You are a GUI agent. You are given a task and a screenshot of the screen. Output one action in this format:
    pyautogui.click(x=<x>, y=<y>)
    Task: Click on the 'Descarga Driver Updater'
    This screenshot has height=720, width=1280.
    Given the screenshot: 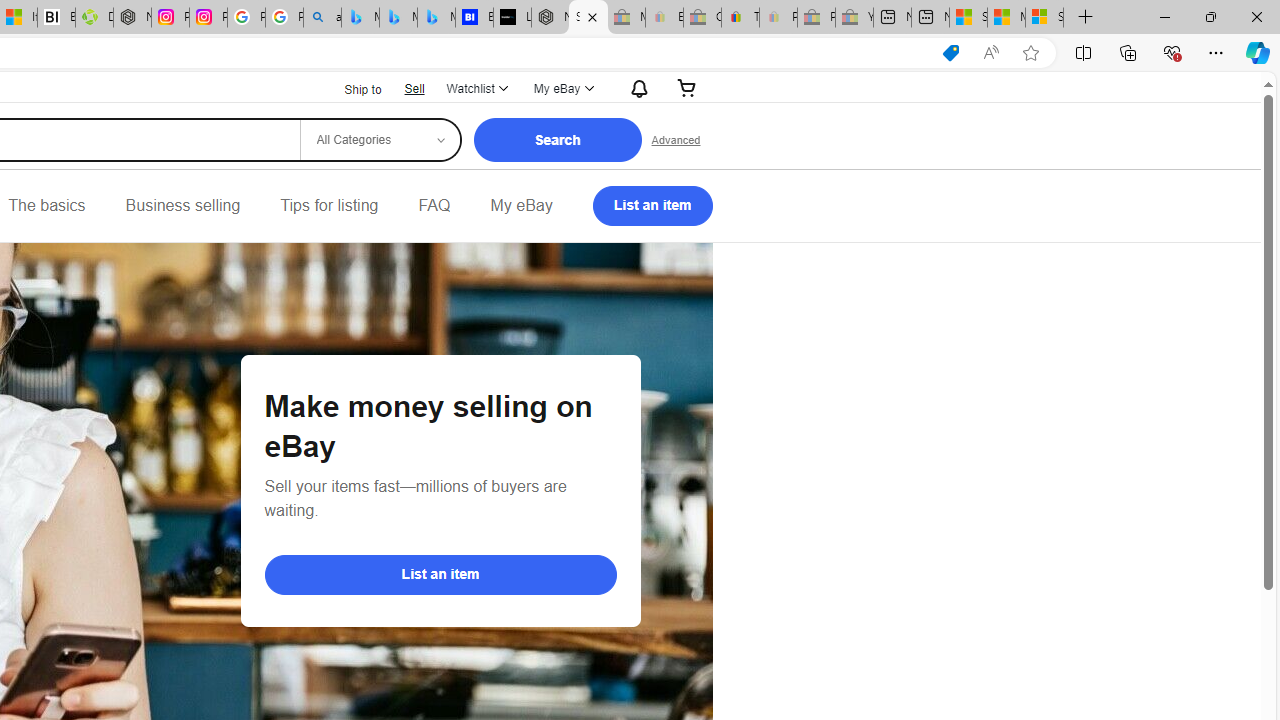 What is the action you would take?
    pyautogui.click(x=93, y=17)
    